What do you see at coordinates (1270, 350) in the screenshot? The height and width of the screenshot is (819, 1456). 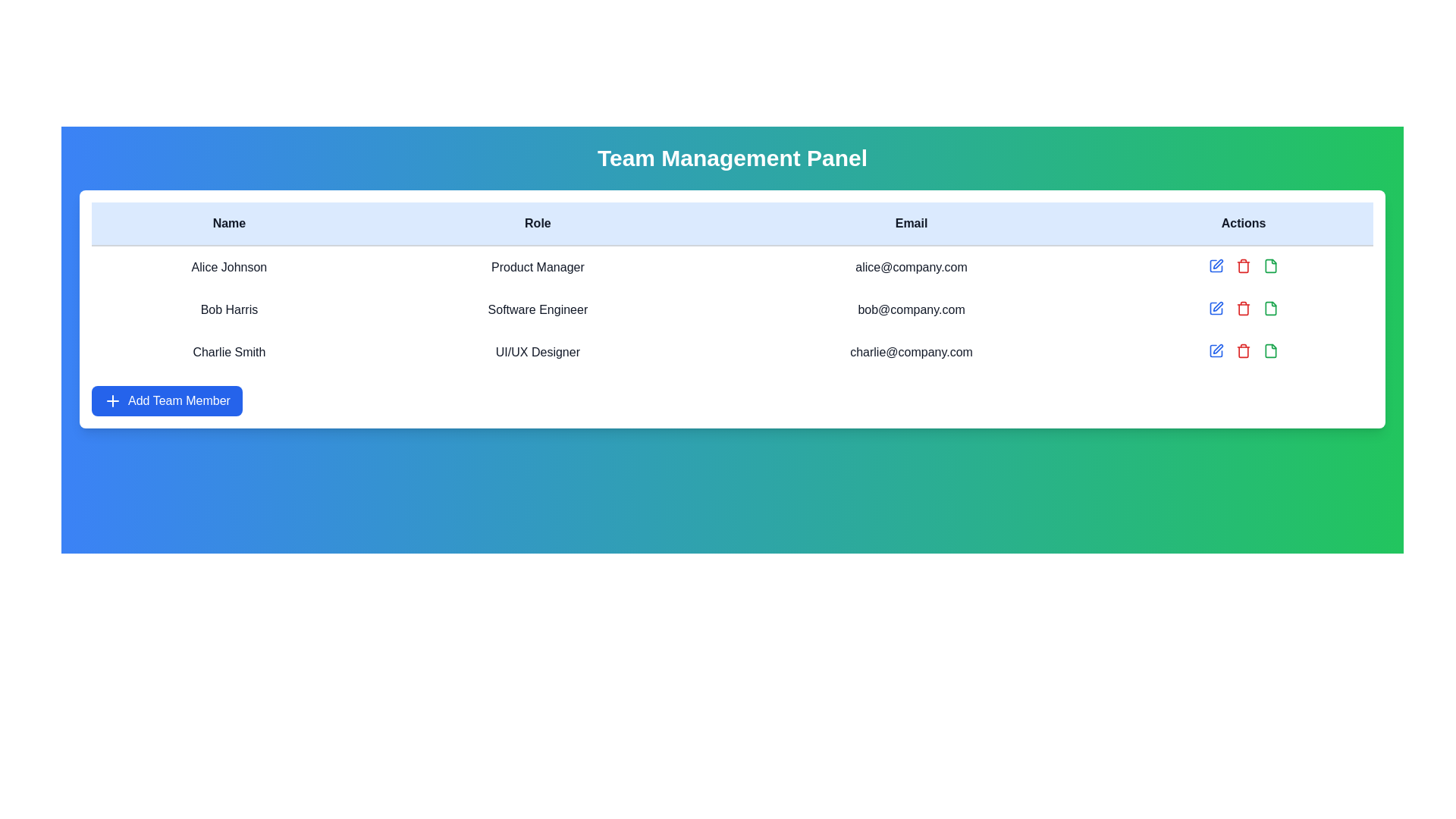 I see `the stylized file icon outlined in black, located in the 'Actions' column of the table in the third row for 'Charlie Smith', to initiate the associated action` at bounding box center [1270, 350].